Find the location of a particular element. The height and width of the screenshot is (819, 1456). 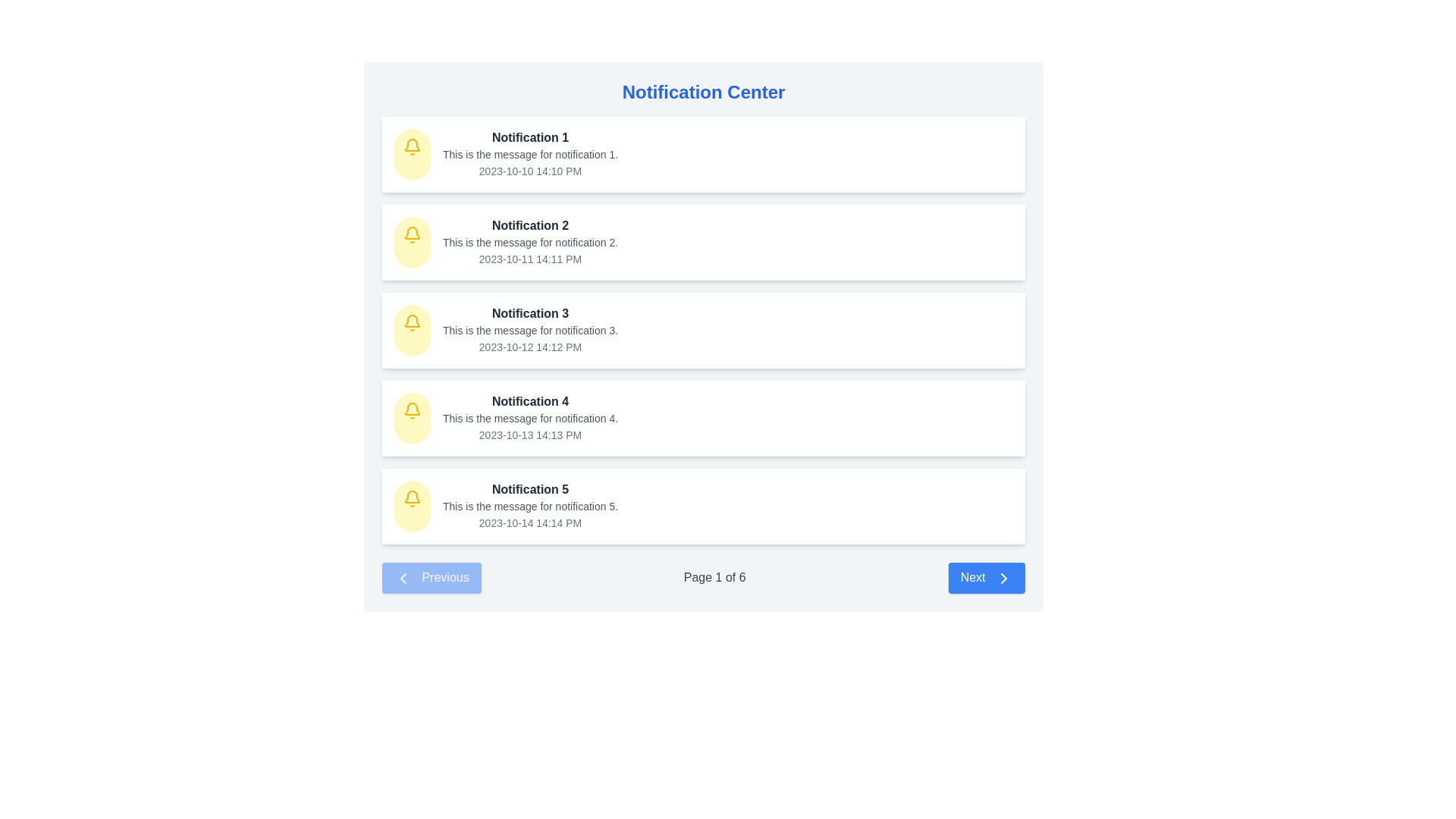

information displayed in the notification detail titled 'Notification 3', which includes the message 'This is the message for notification 3.' and the timestamp '2023-10-12 14:12 PM' is located at coordinates (530, 329).